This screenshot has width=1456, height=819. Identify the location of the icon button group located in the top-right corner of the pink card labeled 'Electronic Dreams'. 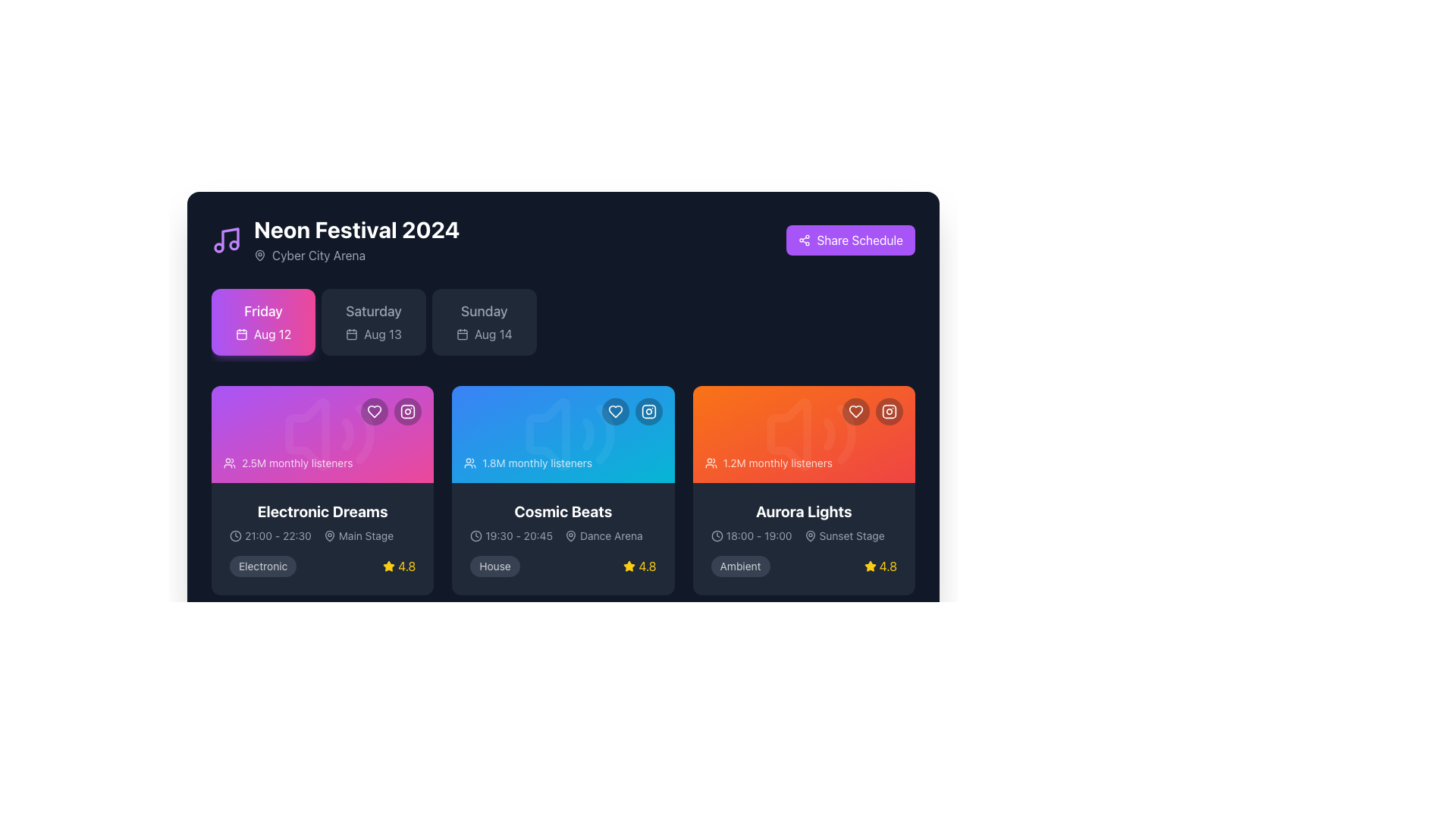
(391, 412).